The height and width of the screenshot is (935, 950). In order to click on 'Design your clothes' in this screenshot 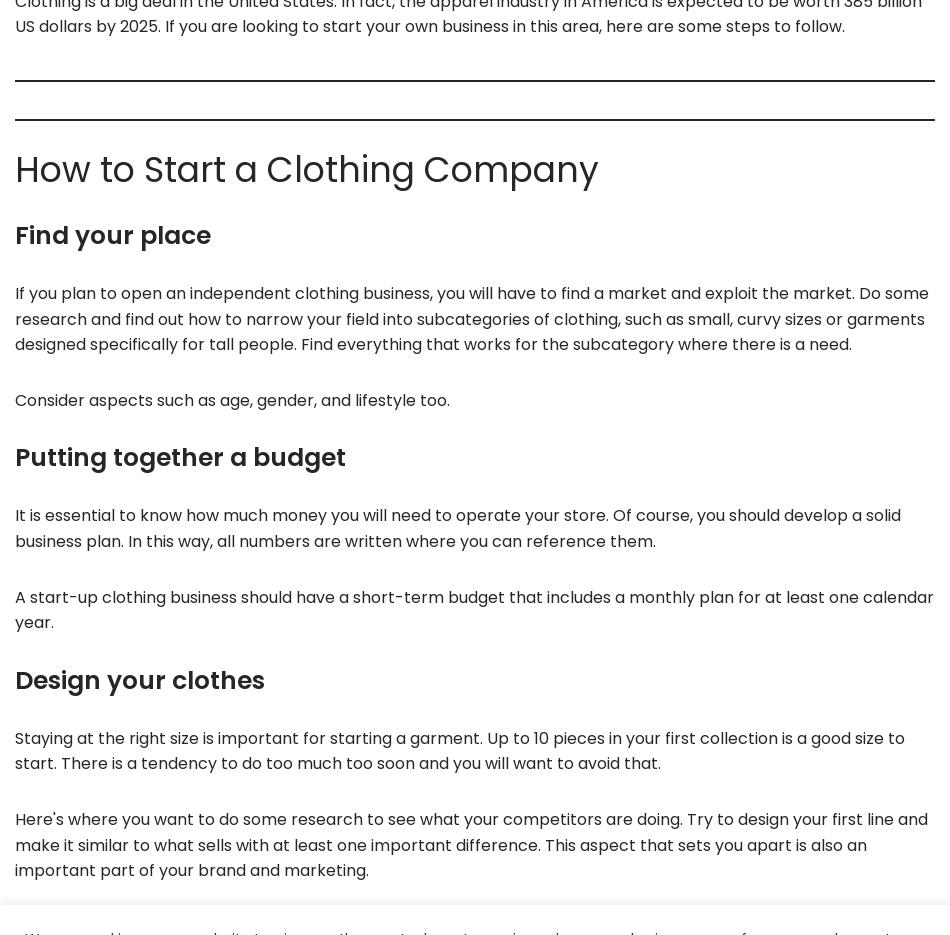, I will do `click(140, 679)`.